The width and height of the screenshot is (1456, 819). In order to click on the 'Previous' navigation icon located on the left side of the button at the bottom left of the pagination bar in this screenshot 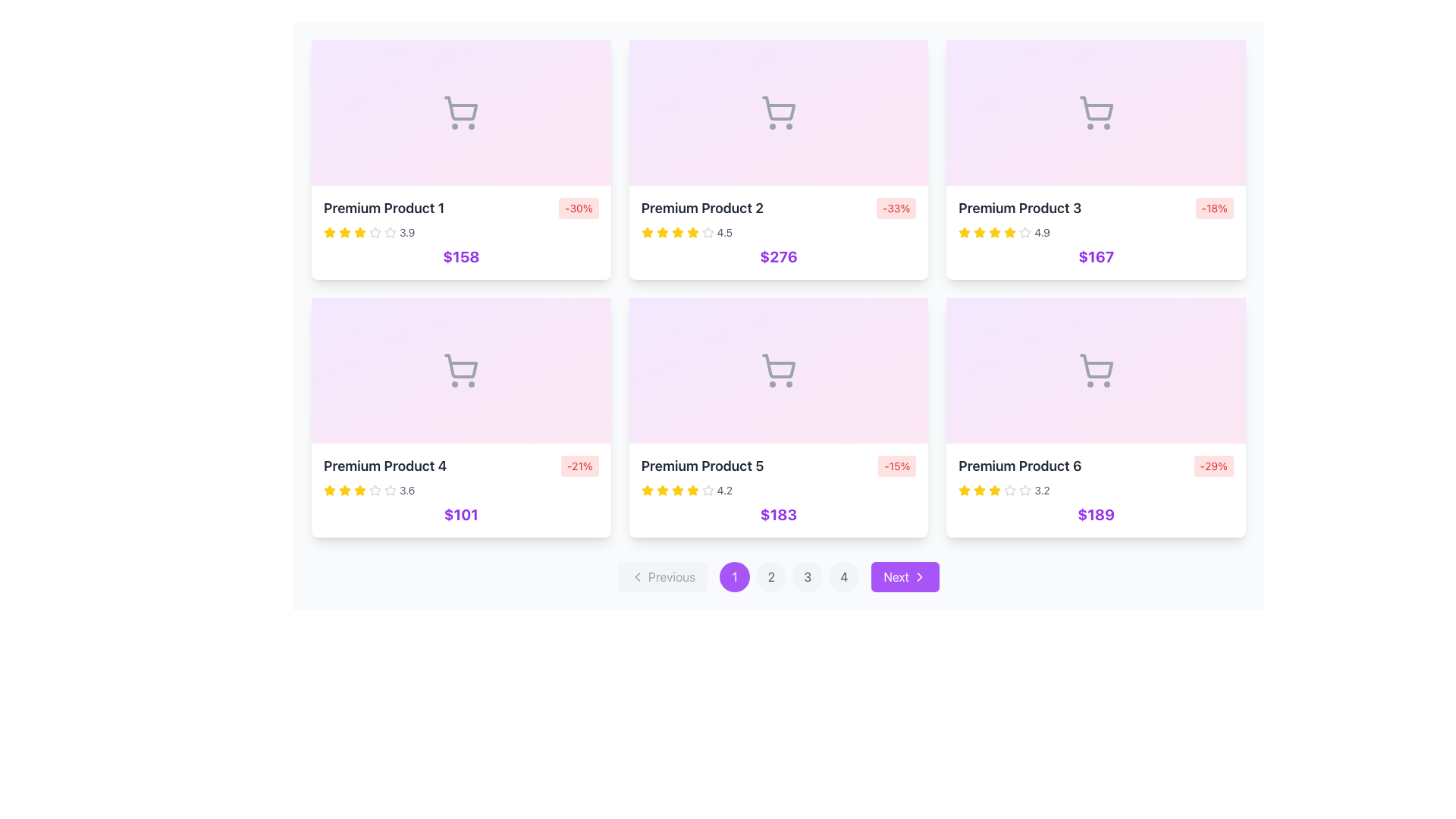, I will do `click(637, 576)`.